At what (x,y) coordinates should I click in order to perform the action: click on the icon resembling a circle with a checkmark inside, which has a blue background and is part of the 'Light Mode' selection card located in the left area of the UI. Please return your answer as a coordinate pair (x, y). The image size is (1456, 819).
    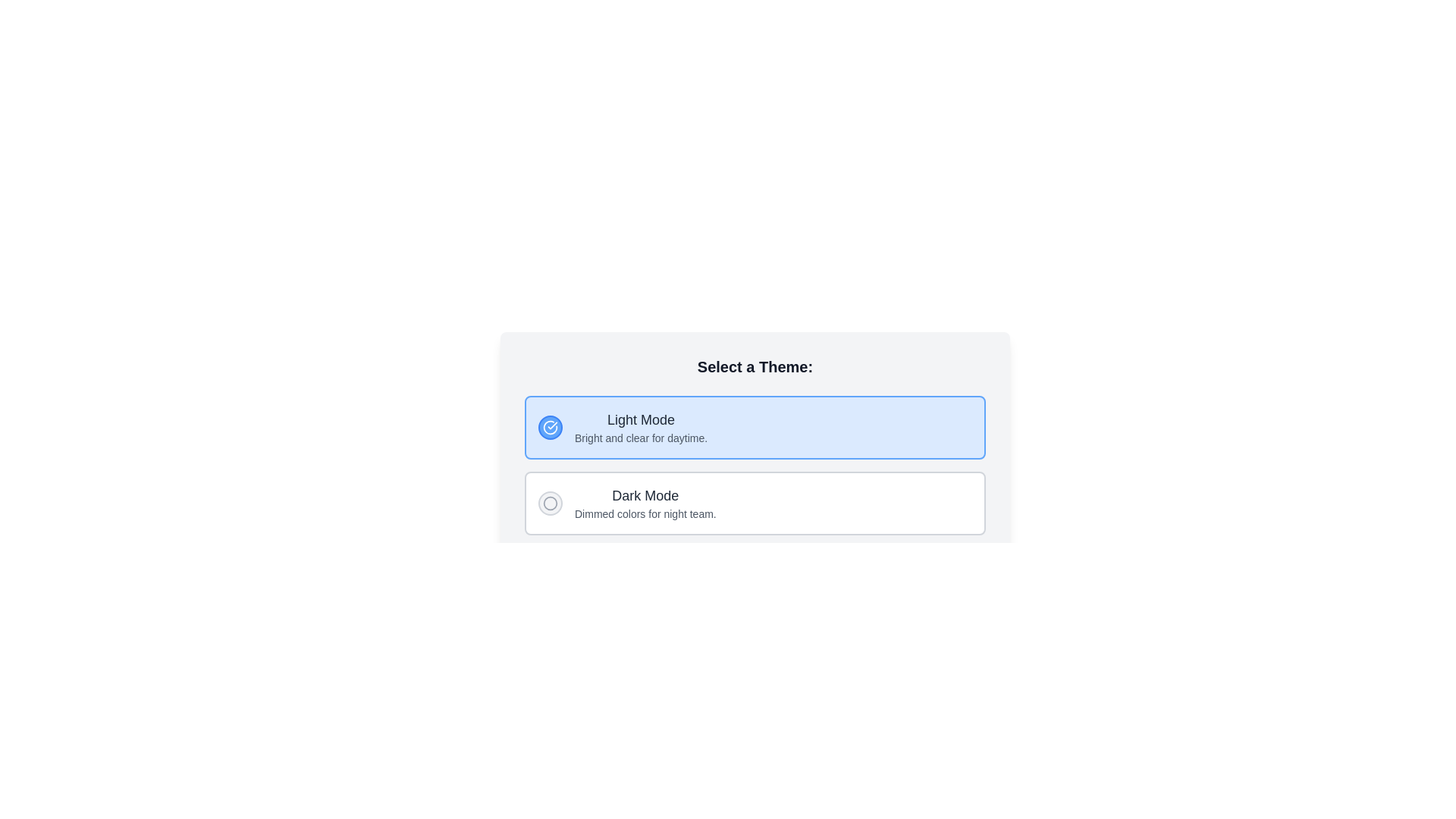
    Looking at the image, I should click on (549, 427).